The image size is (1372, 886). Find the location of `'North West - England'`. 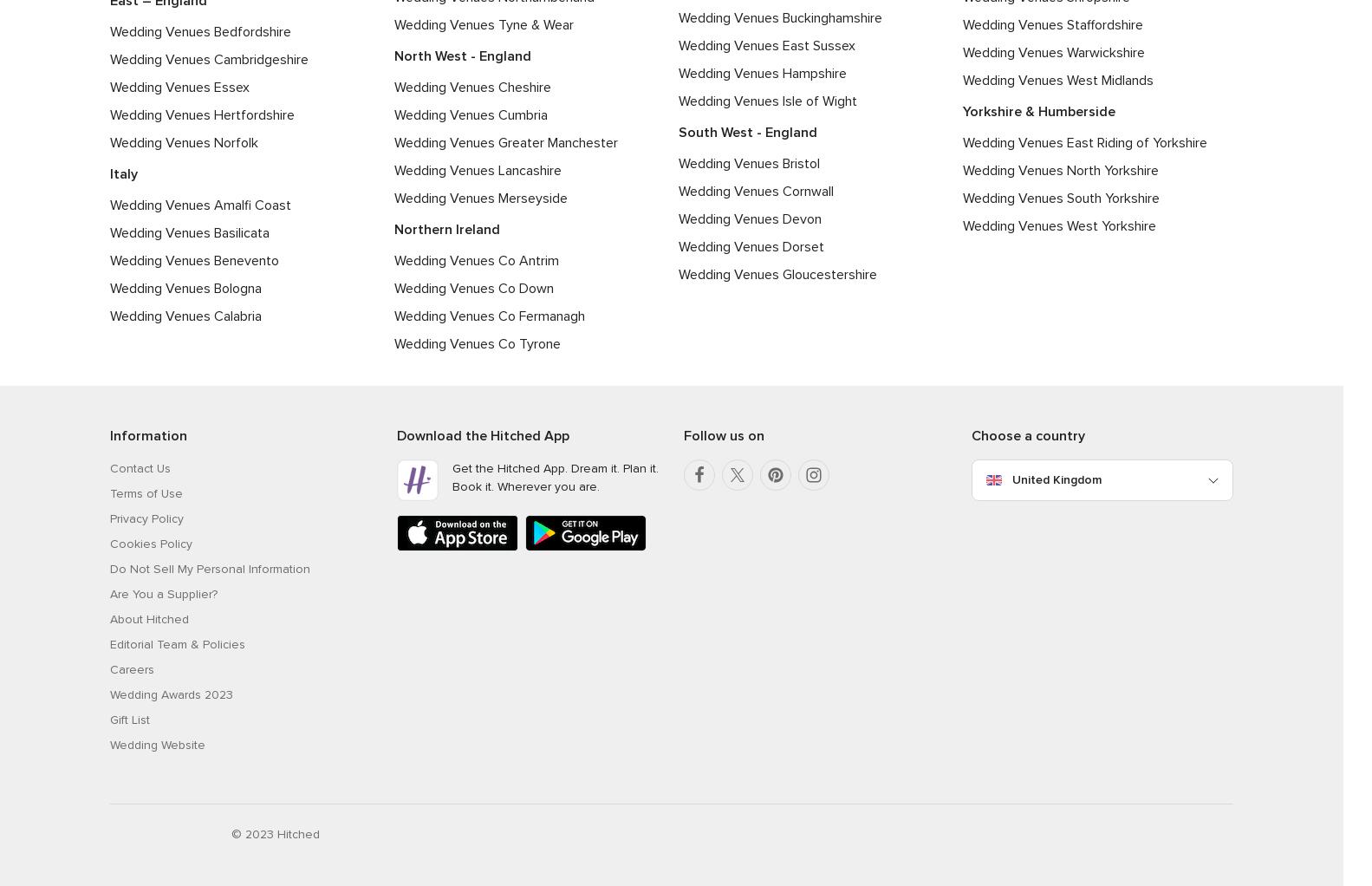

'North West - England' is located at coordinates (393, 55).